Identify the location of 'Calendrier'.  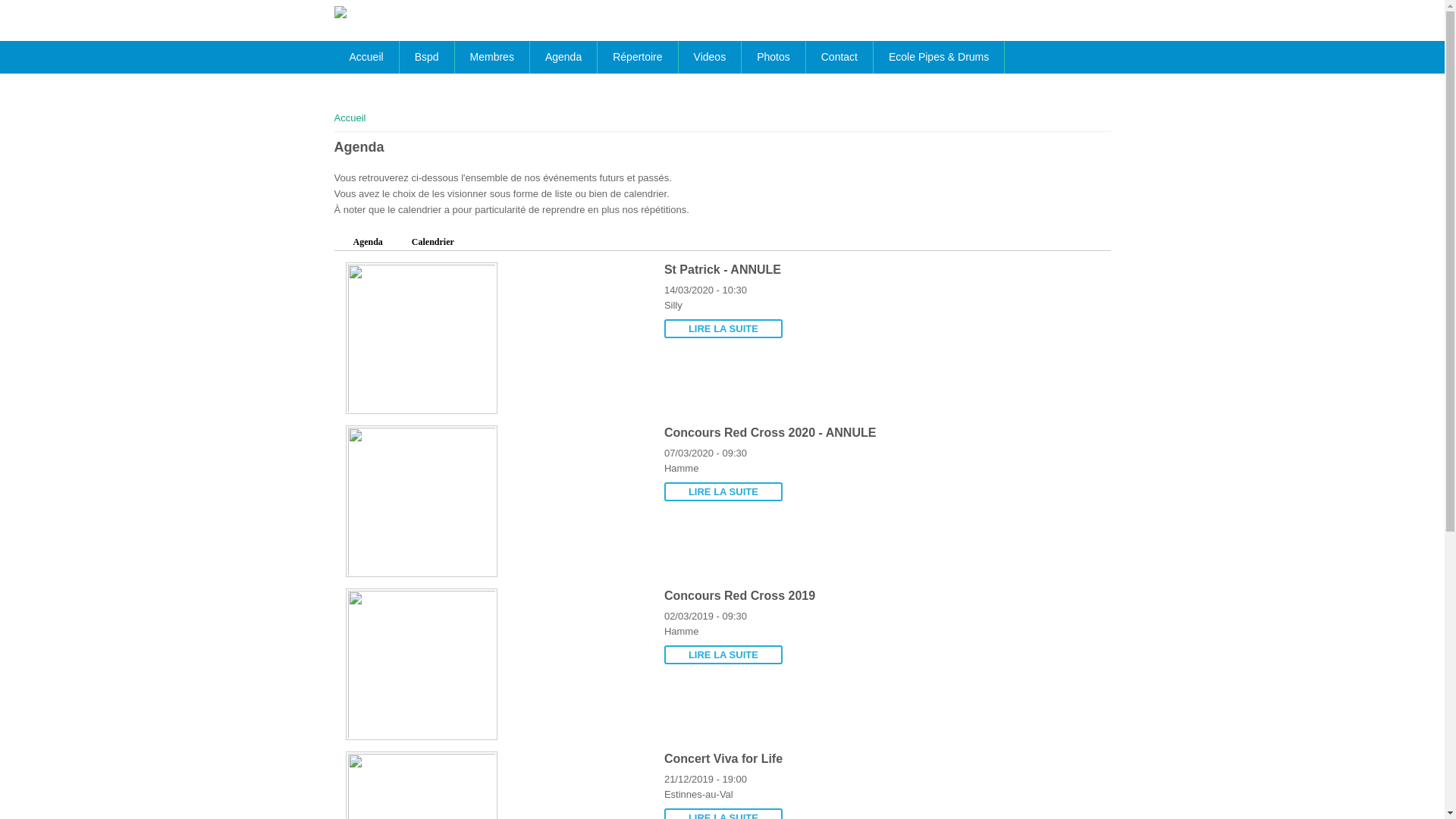
(432, 242).